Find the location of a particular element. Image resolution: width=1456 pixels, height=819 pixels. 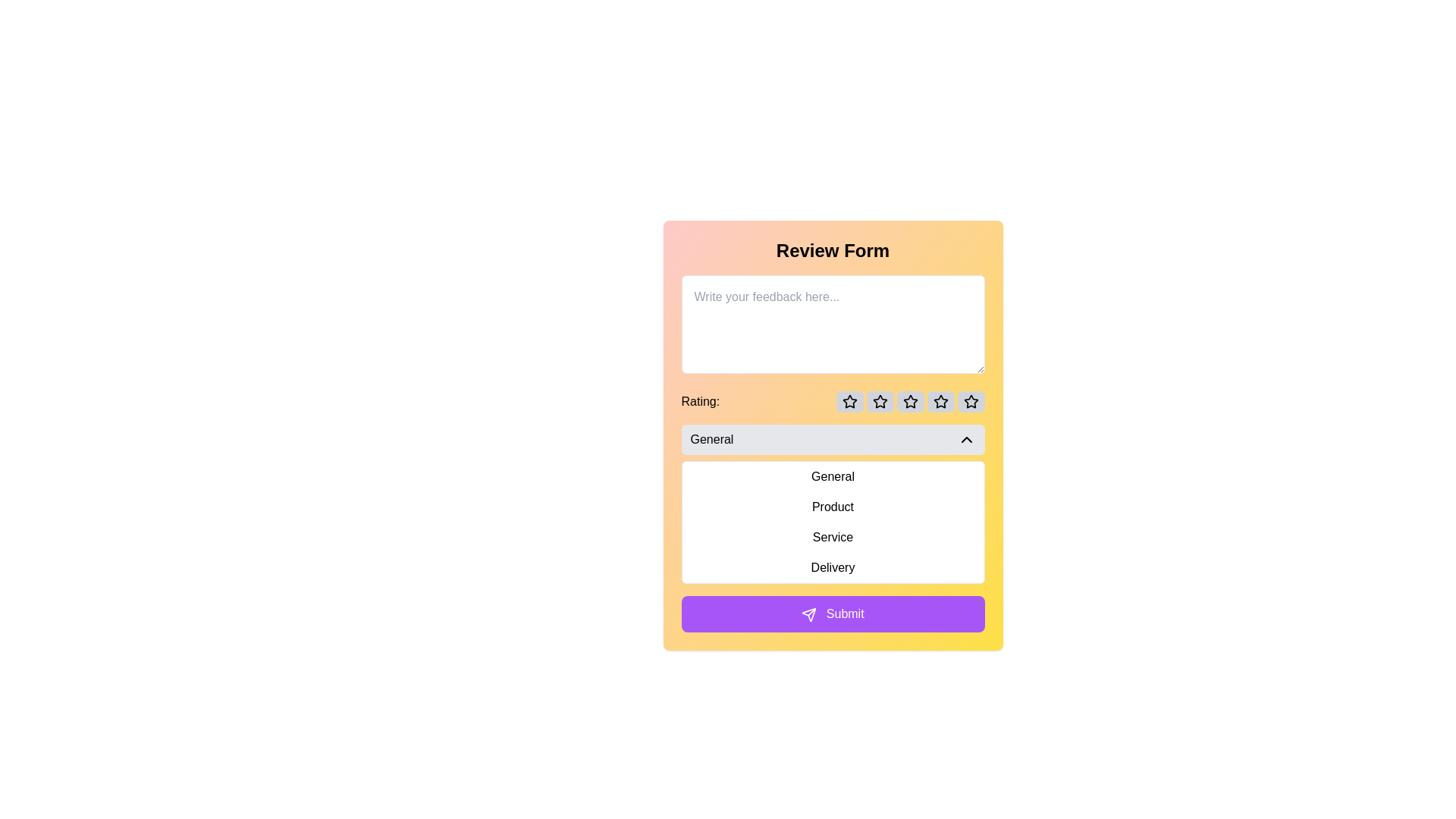

the third star-shaped icon from the left under the label 'Rating:' is located at coordinates (910, 400).